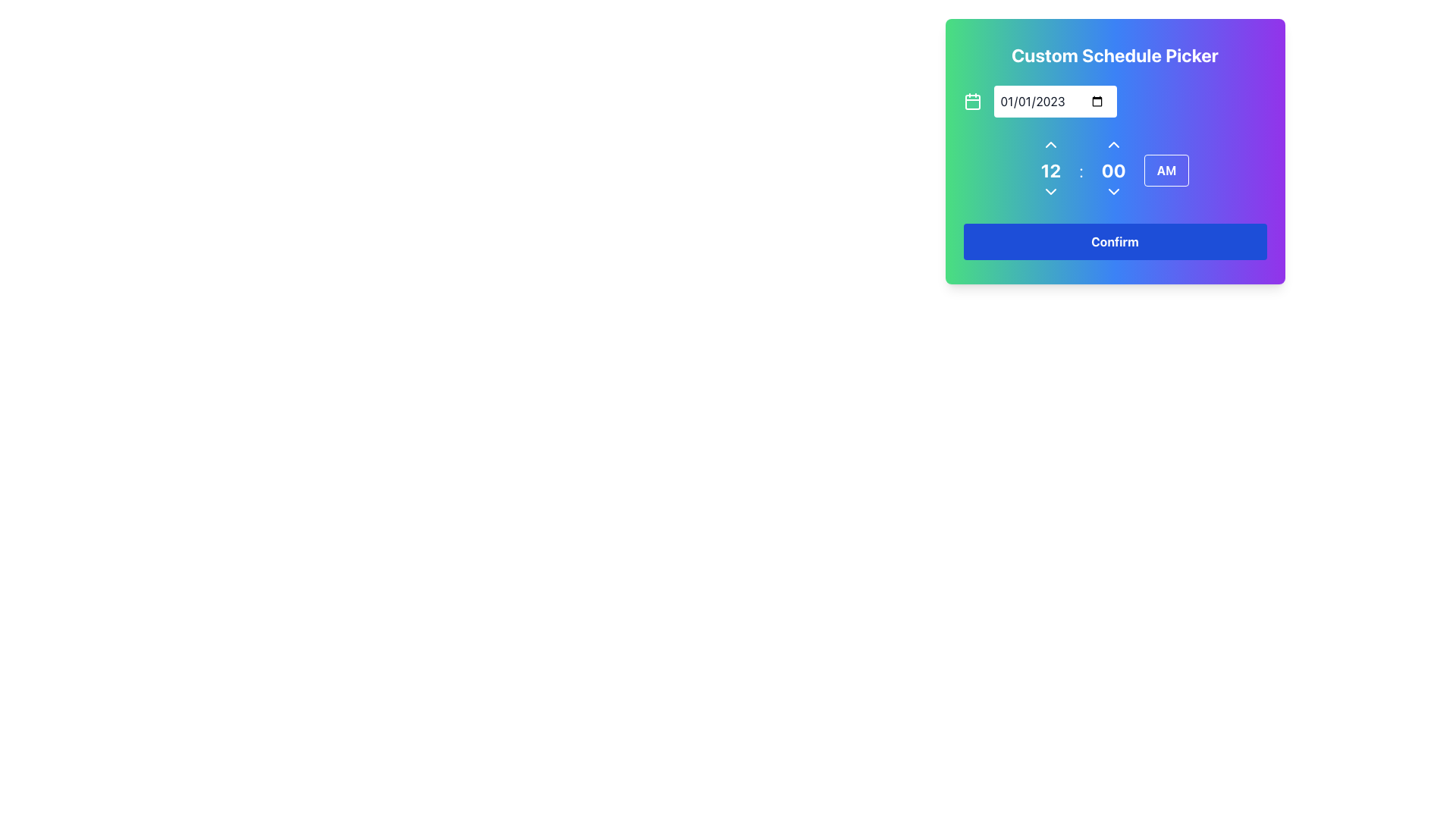 The height and width of the screenshot is (819, 1456). What do you see at coordinates (1113, 170) in the screenshot?
I see `the bold text label displaying '00', which is styled with a large font size and centered on a blue background, part of the time-setting control located between the hour and AM/PM controls` at bounding box center [1113, 170].